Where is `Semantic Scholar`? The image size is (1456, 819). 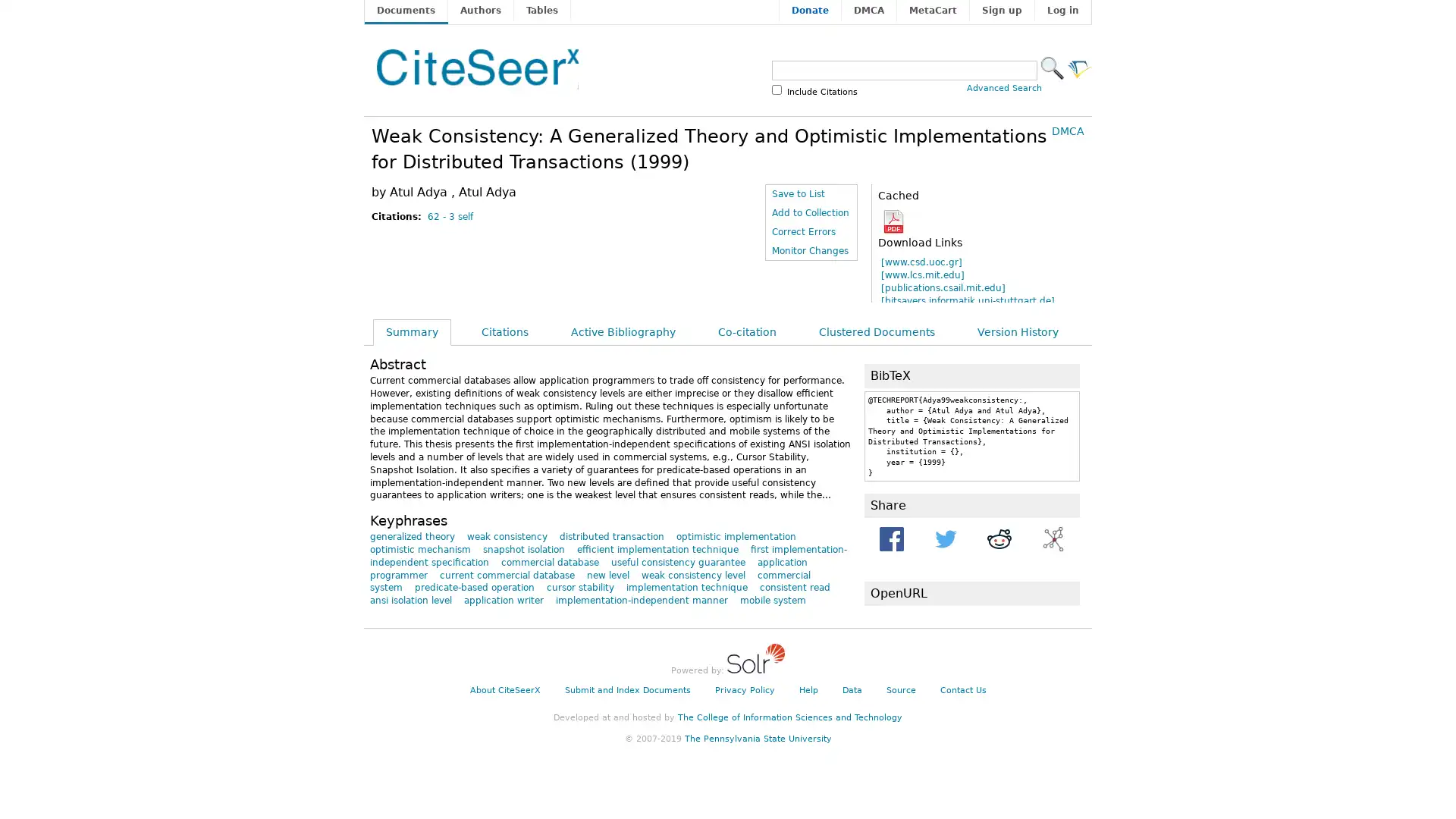 Semantic Scholar is located at coordinates (1079, 67).